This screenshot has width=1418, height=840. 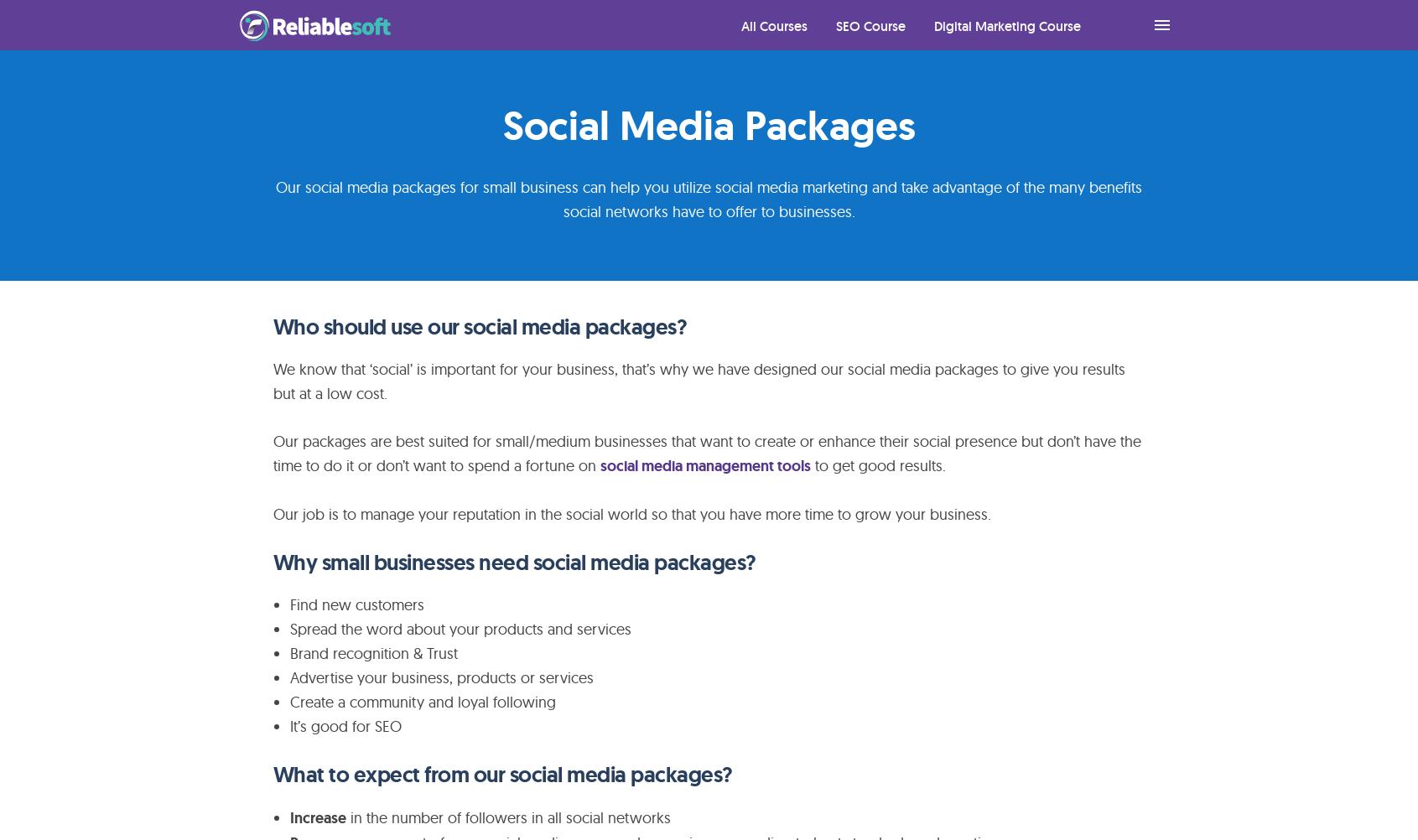 I want to click on 'Our job is to manage your reputation in the social world so that you have more time to grow your business.', so click(x=631, y=513).